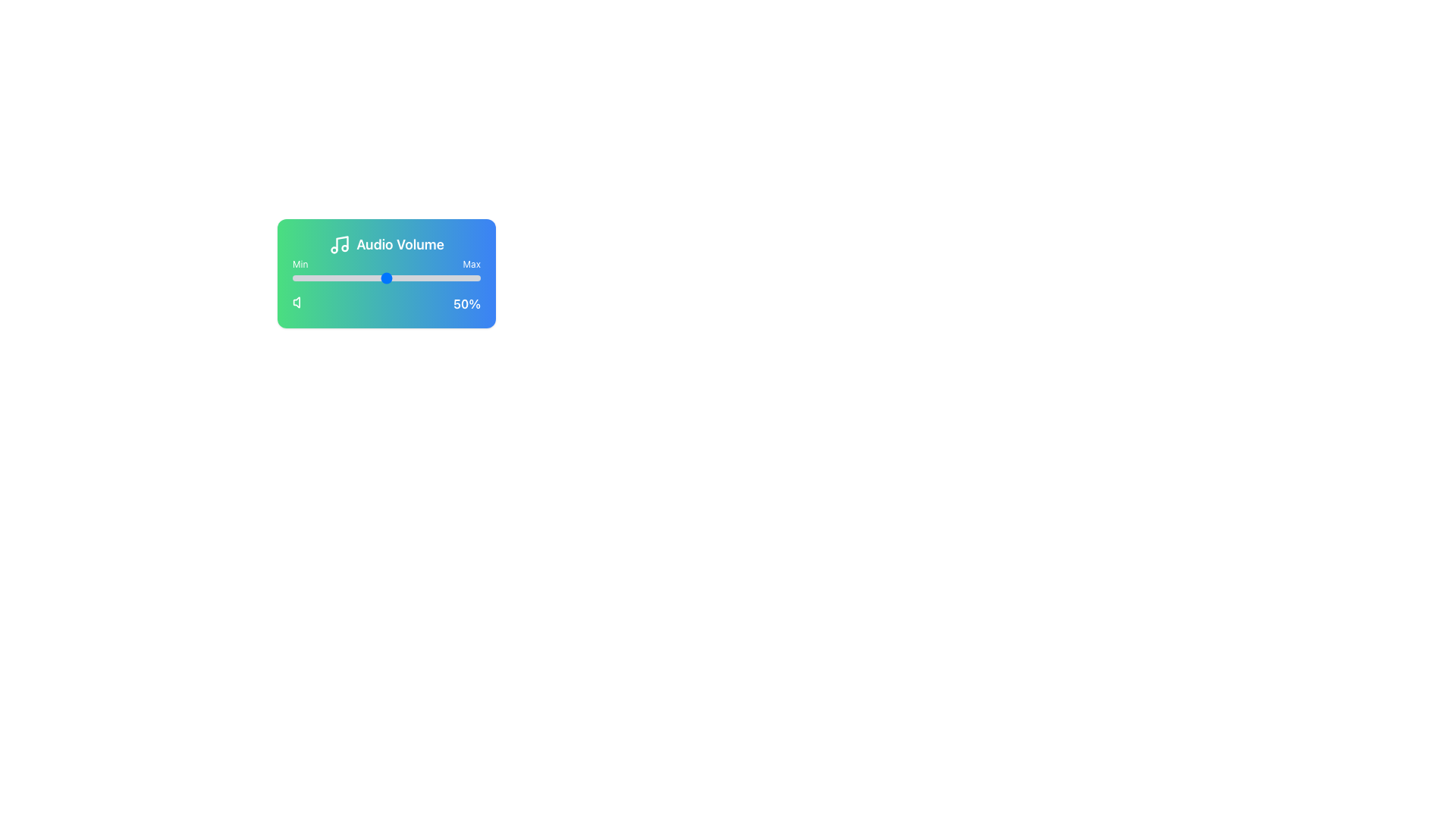 This screenshot has width=1456, height=819. I want to click on the audio volume slider, so click(409, 278).